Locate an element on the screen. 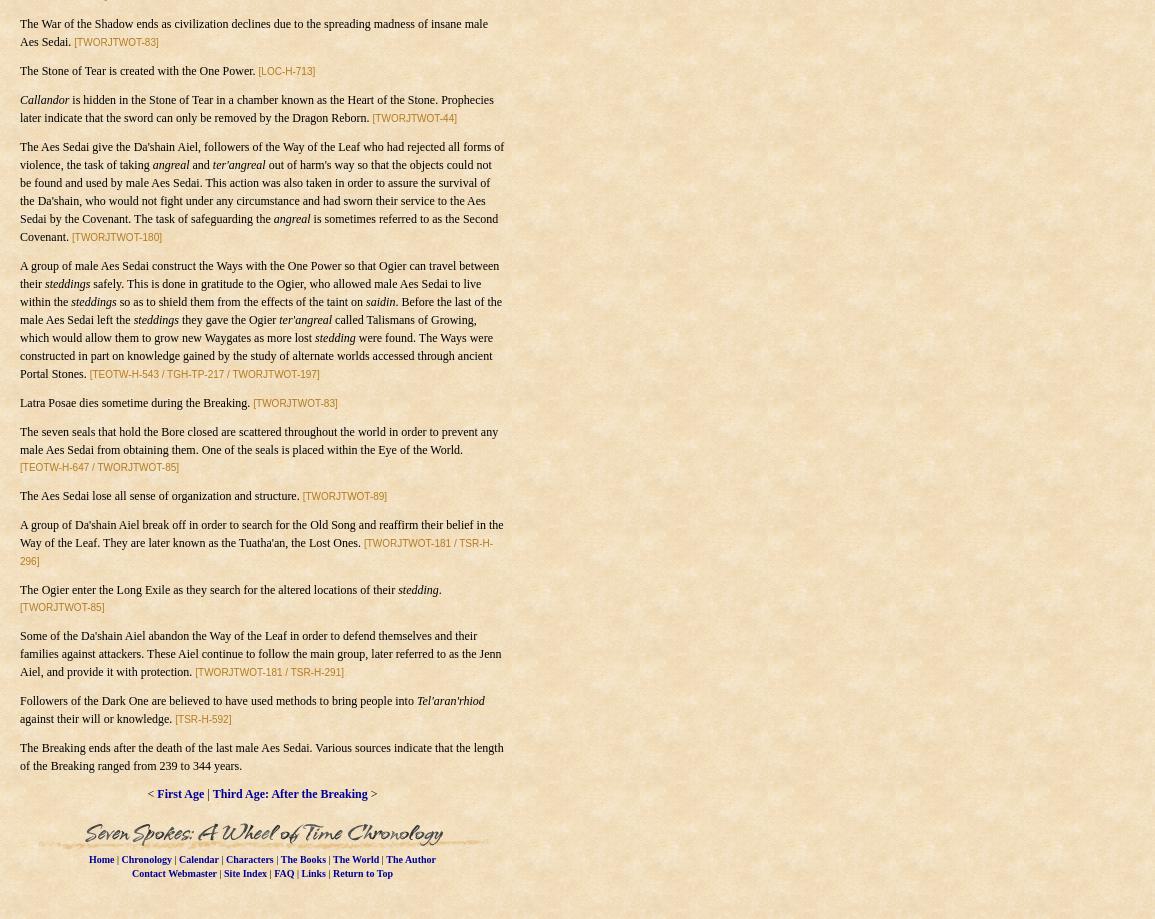  'The Breaking ends after the death of the last male Aes Sedai. Various sources indicate that the length of the Breaking ranged from 239 to 344 years.' is located at coordinates (18, 756).